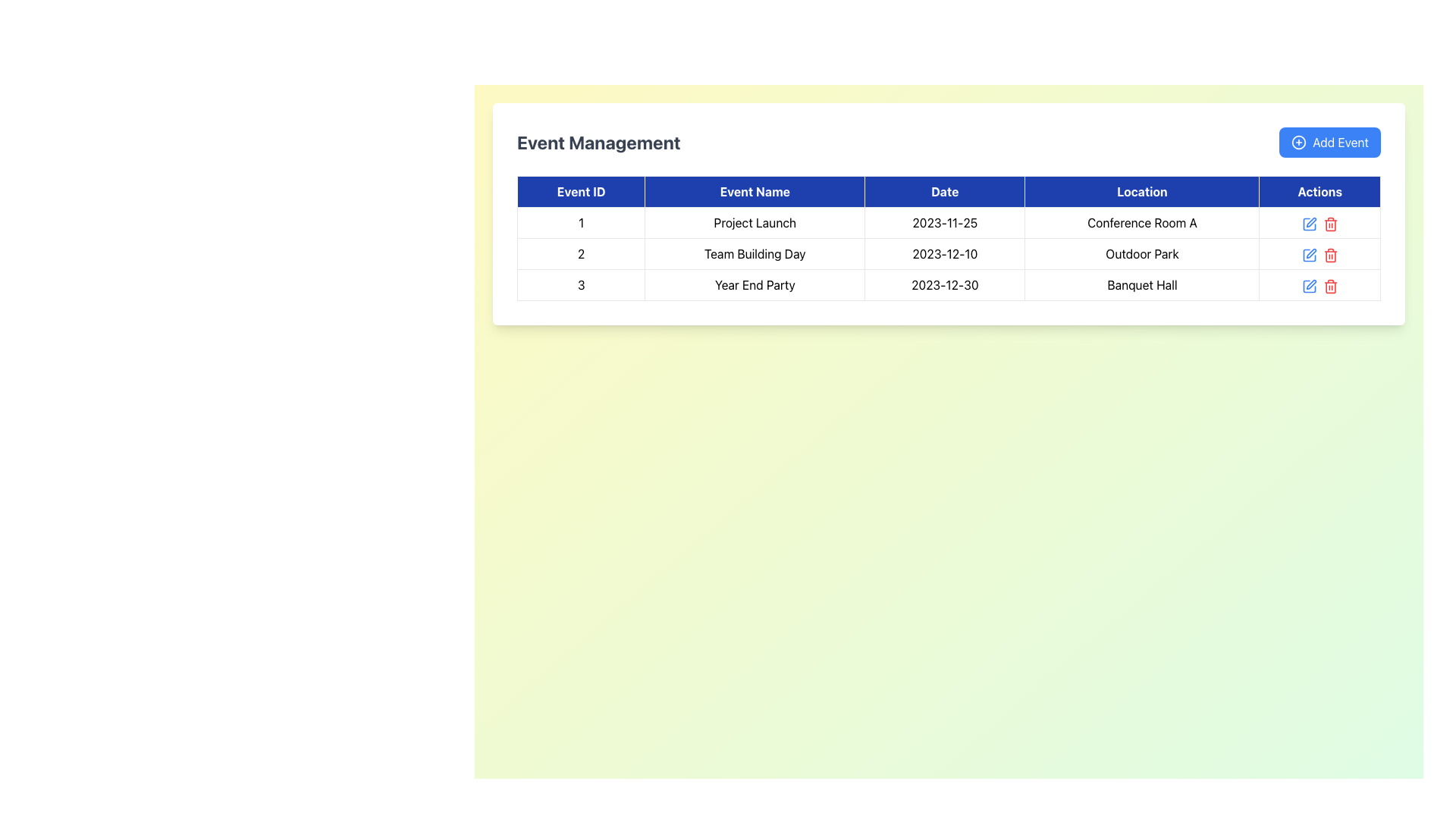 This screenshot has width=1456, height=819. Describe the element at coordinates (1329, 284) in the screenshot. I see `the delete icon button located in the 'Actions' column of the last row under 'Event Management'` at that location.